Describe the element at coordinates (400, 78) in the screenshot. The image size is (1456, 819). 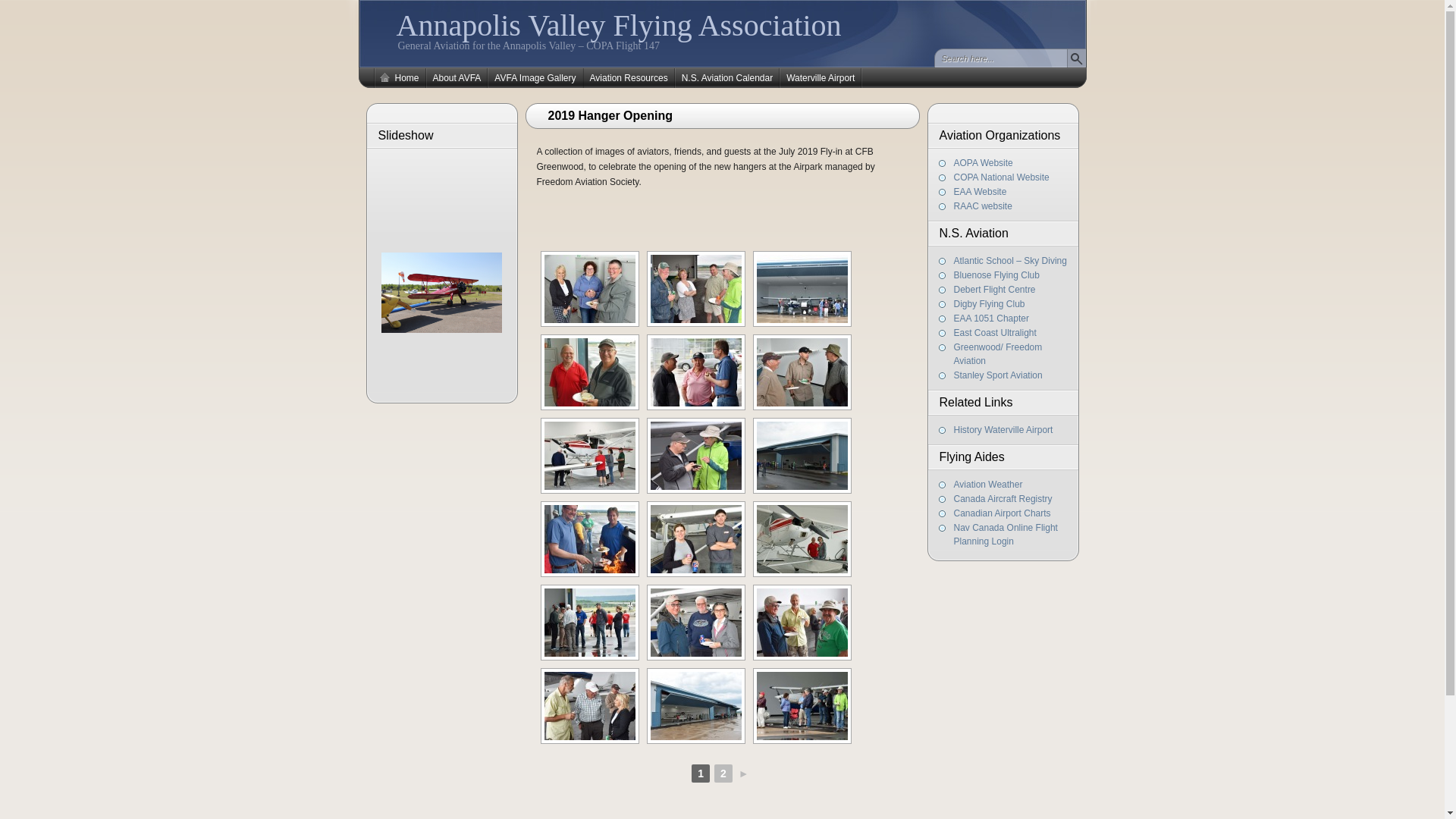
I see `'Home'` at that location.